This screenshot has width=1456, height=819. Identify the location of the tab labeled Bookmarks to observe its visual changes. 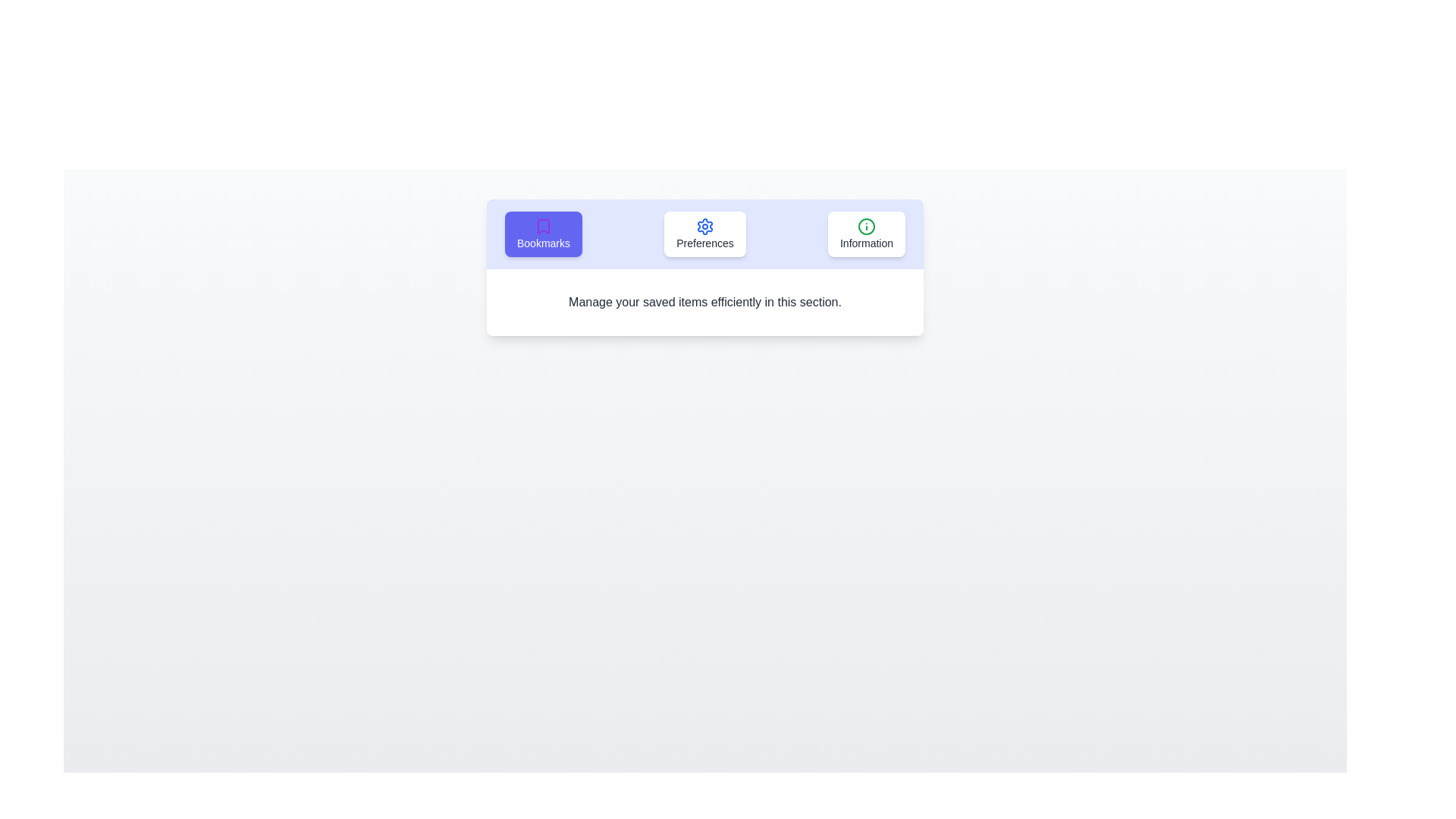
(543, 234).